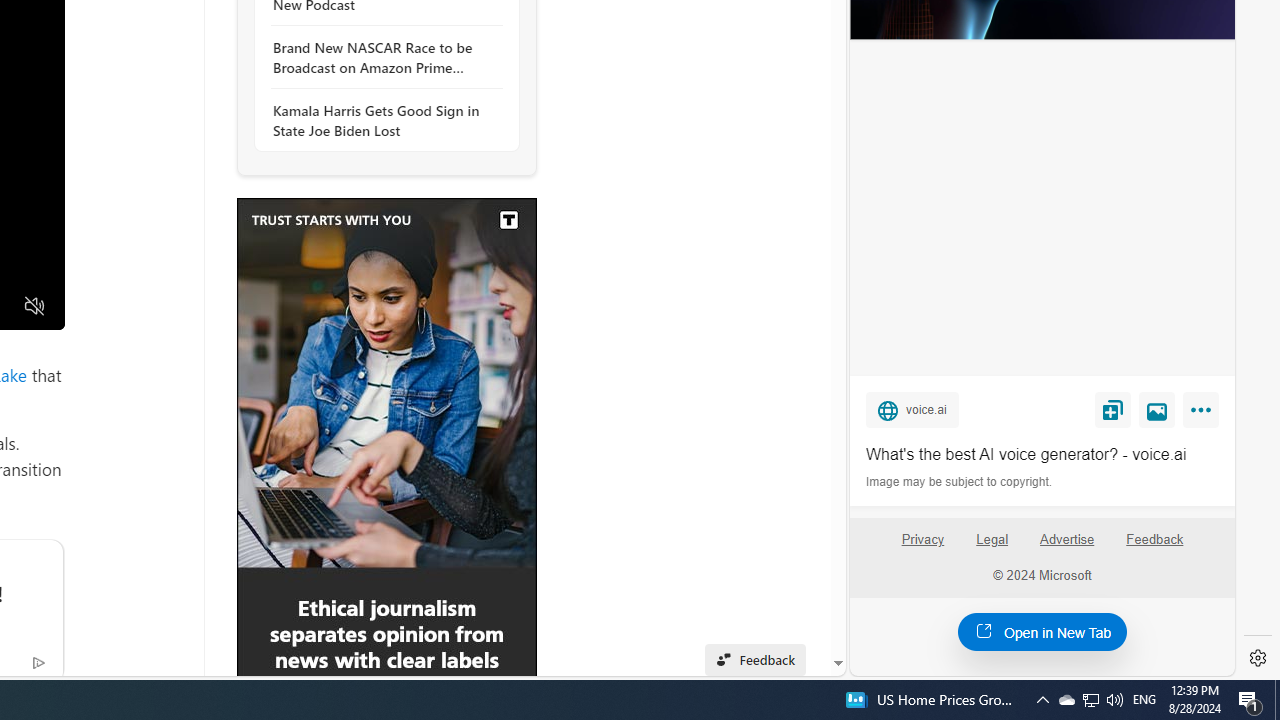 Image resolution: width=1280 pixels, height=720 pixels. I want to click on 'More', so click(1203, 412).